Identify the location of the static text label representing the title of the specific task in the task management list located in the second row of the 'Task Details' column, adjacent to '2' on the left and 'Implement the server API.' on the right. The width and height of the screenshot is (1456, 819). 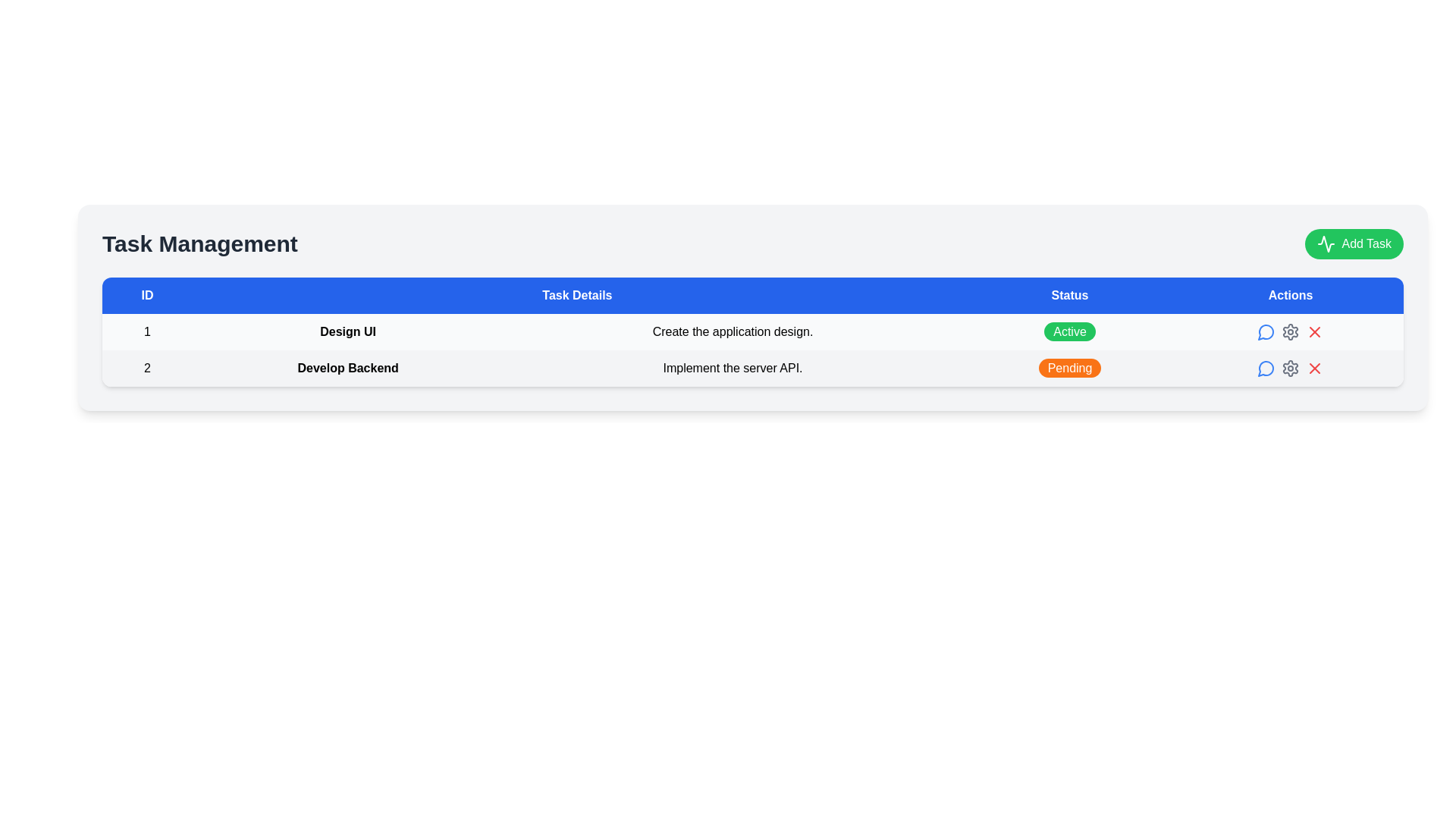
(347, 369).